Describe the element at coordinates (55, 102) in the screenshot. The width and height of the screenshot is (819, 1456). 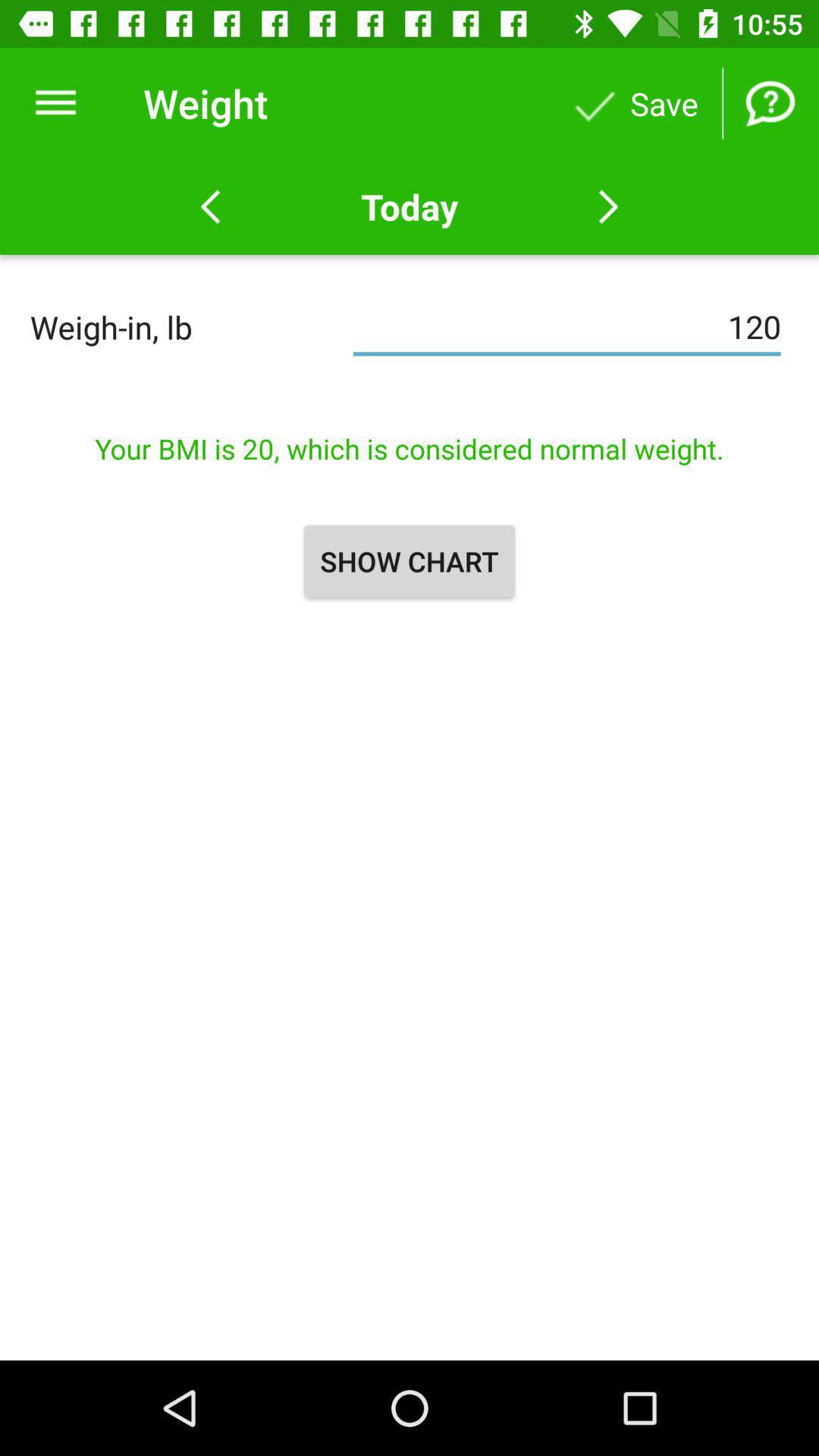
I see `the item next to weight` at that location.